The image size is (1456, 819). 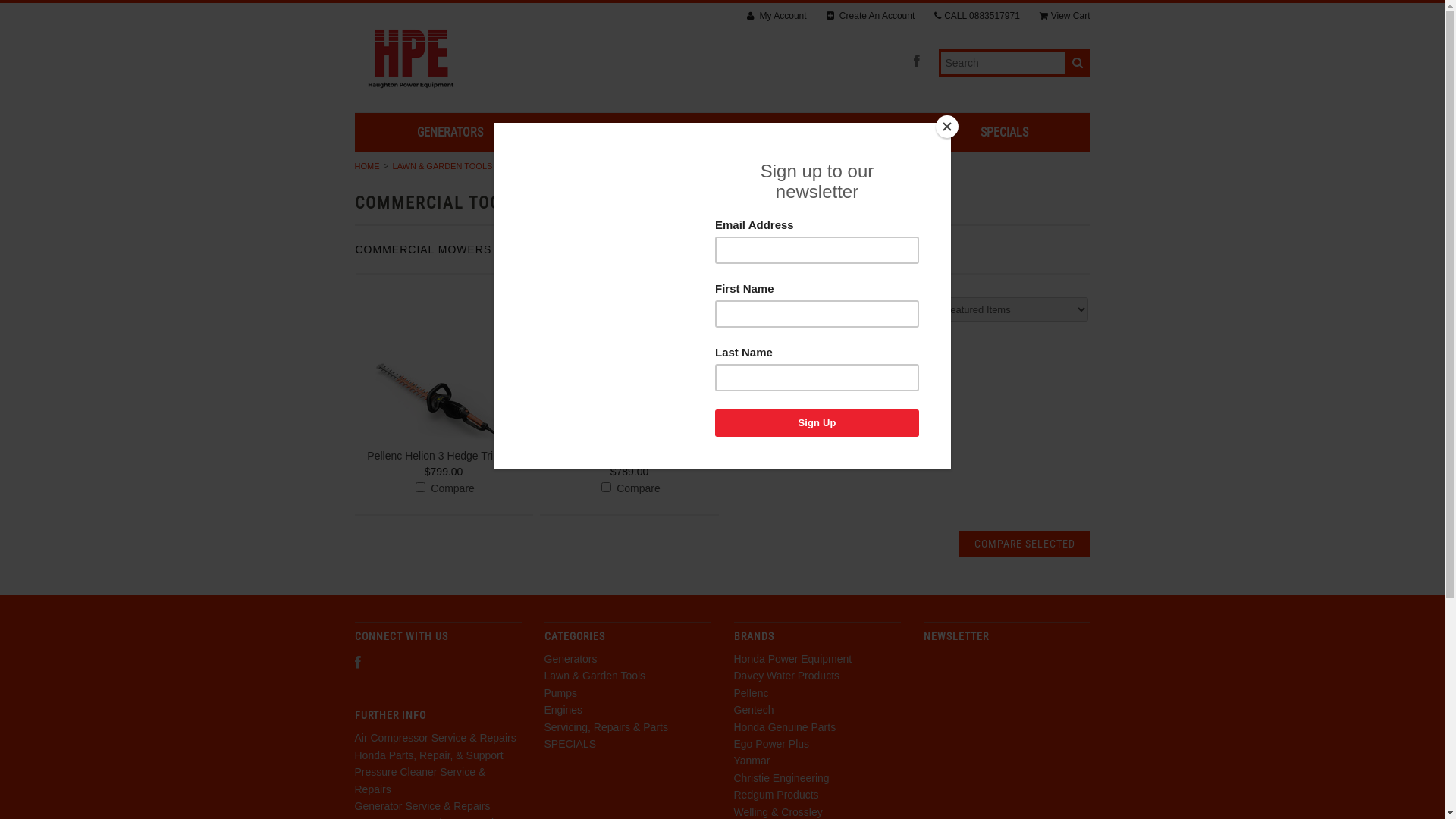 What do you see at coordinates (443, 455) in the screenshot?
I see `'Pellenc Helion 3 Hedge Trimmer'` at bounding box center [443, 455].